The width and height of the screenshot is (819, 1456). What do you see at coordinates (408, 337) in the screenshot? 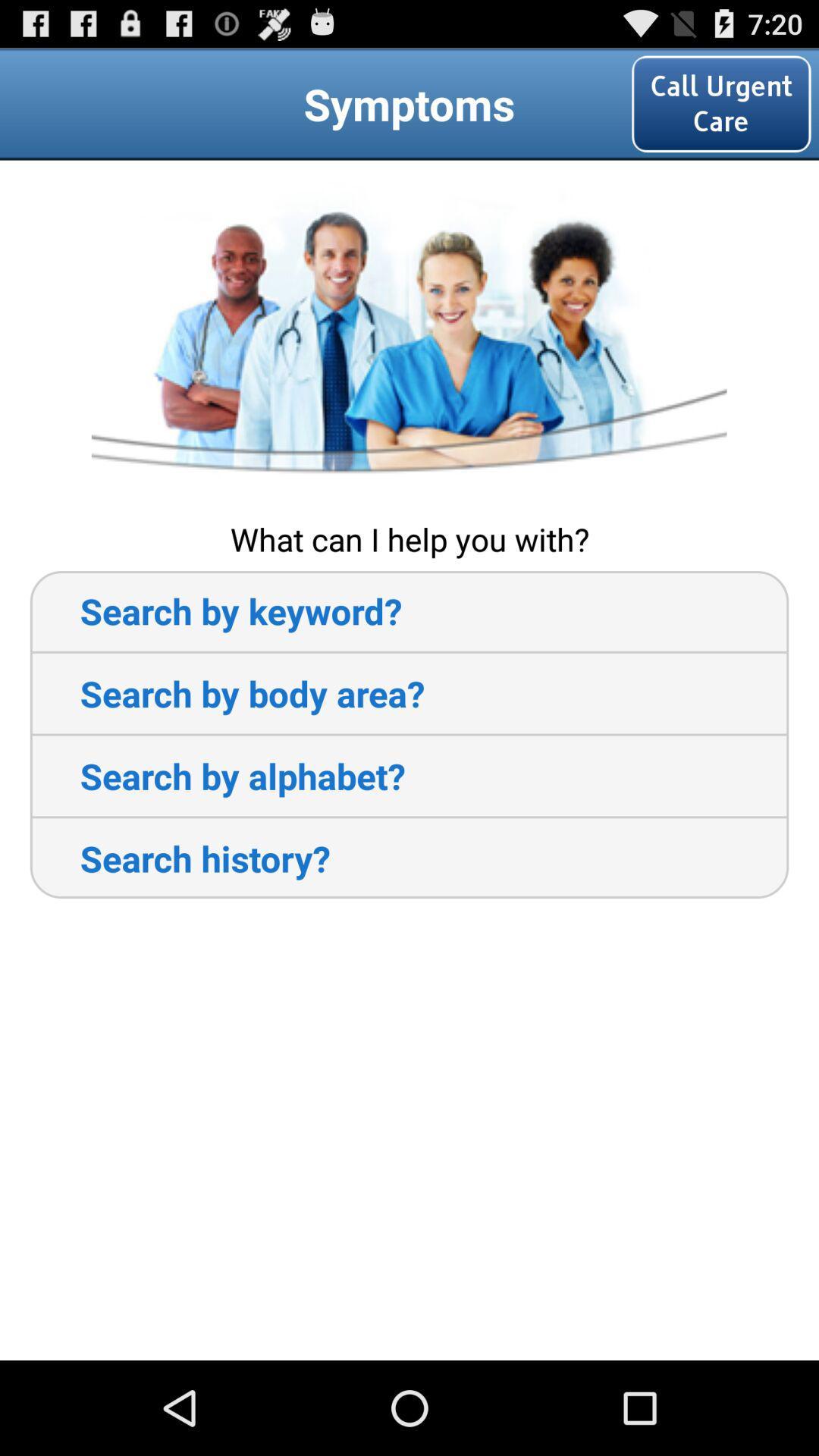
I see `item below call urgent care item` at bounding box center [408, 337].